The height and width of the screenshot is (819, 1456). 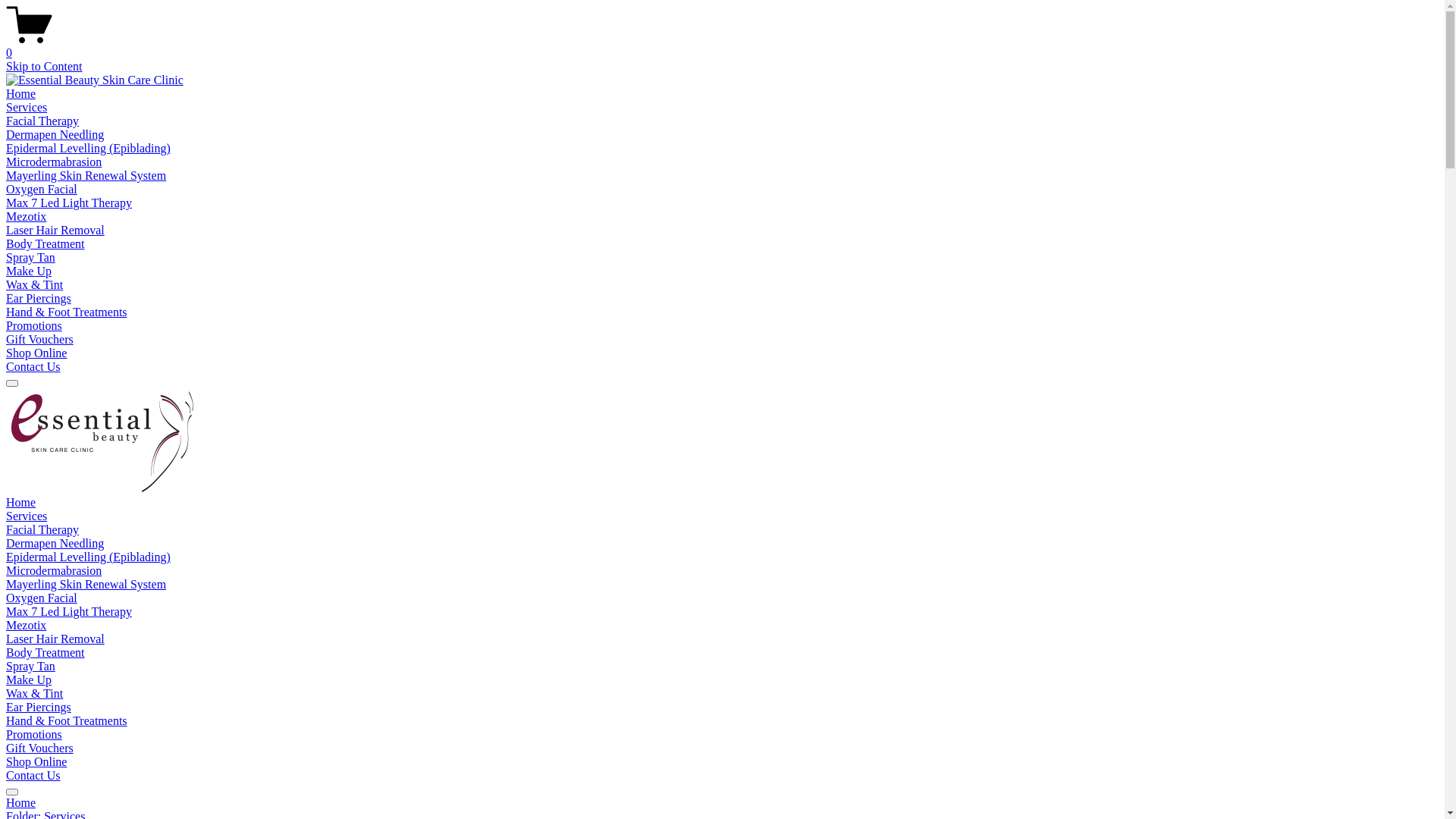 I want to click on 'Gift Vouchers', so click(x=39, y=747).